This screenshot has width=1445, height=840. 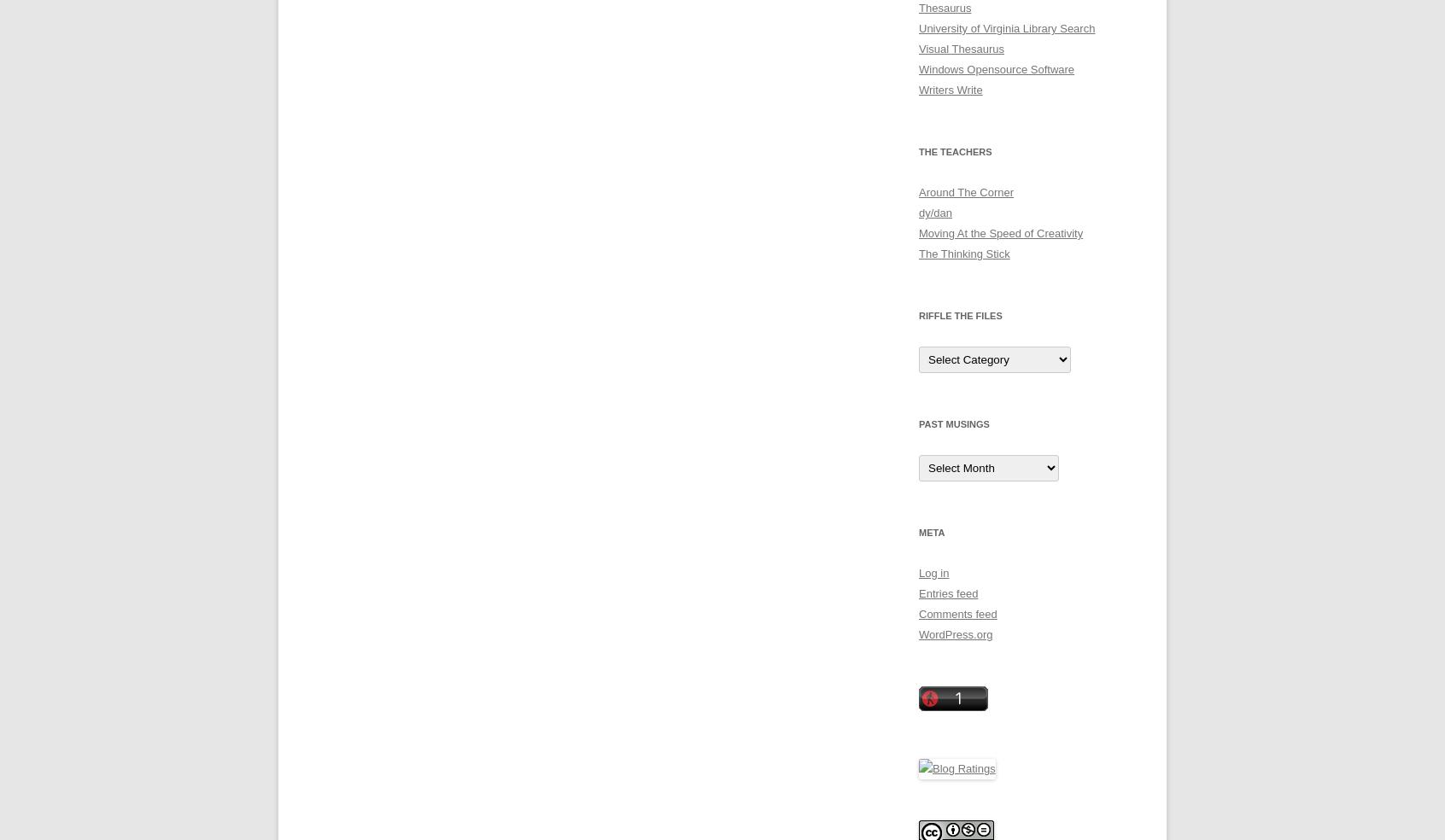 I want to click on 'Meta', so click(x=932, y=532).